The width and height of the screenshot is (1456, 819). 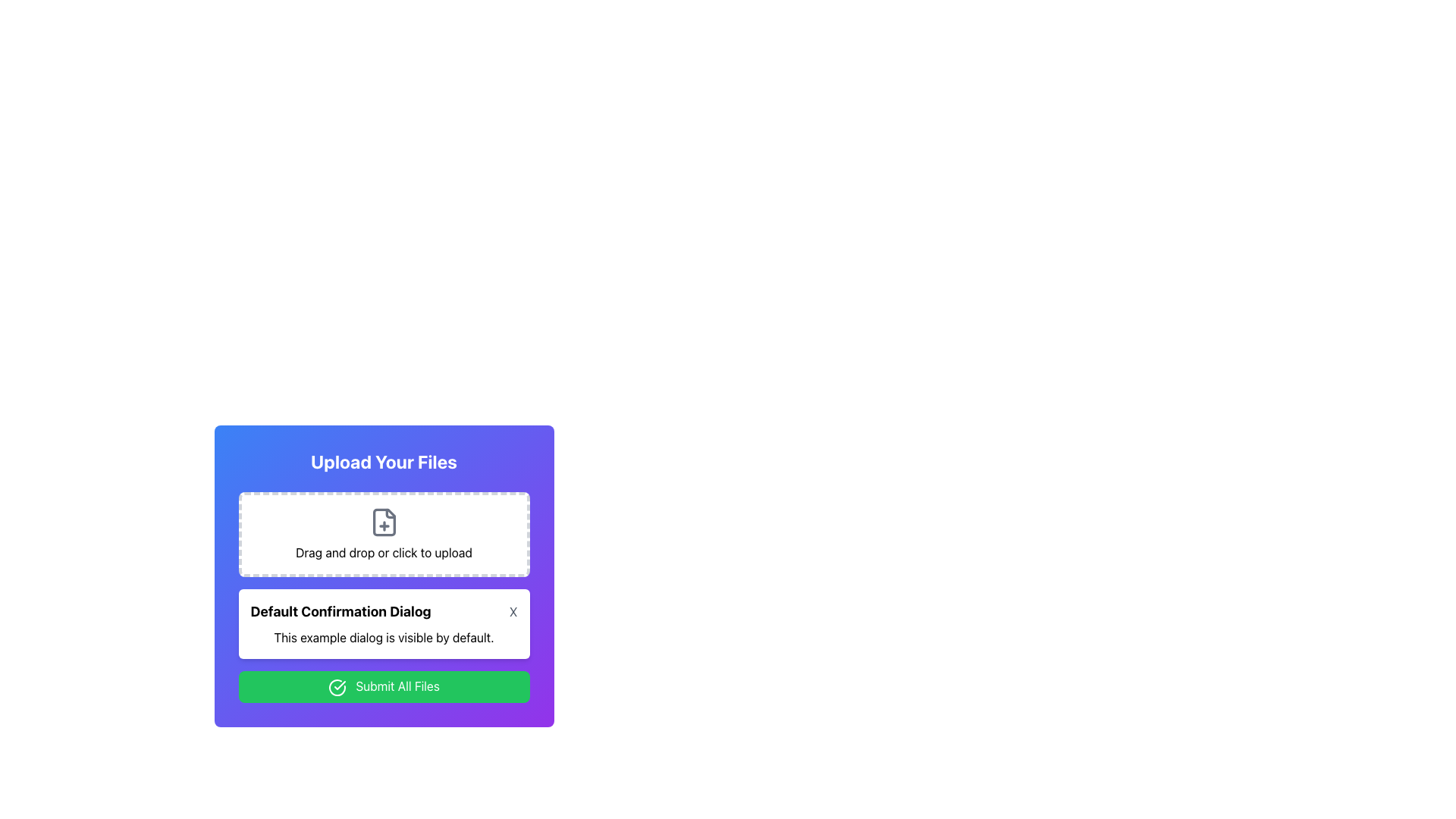 I want to click on the Interactive file upload area located in the upper section of the dialog interface, so click(x=384, y=534).